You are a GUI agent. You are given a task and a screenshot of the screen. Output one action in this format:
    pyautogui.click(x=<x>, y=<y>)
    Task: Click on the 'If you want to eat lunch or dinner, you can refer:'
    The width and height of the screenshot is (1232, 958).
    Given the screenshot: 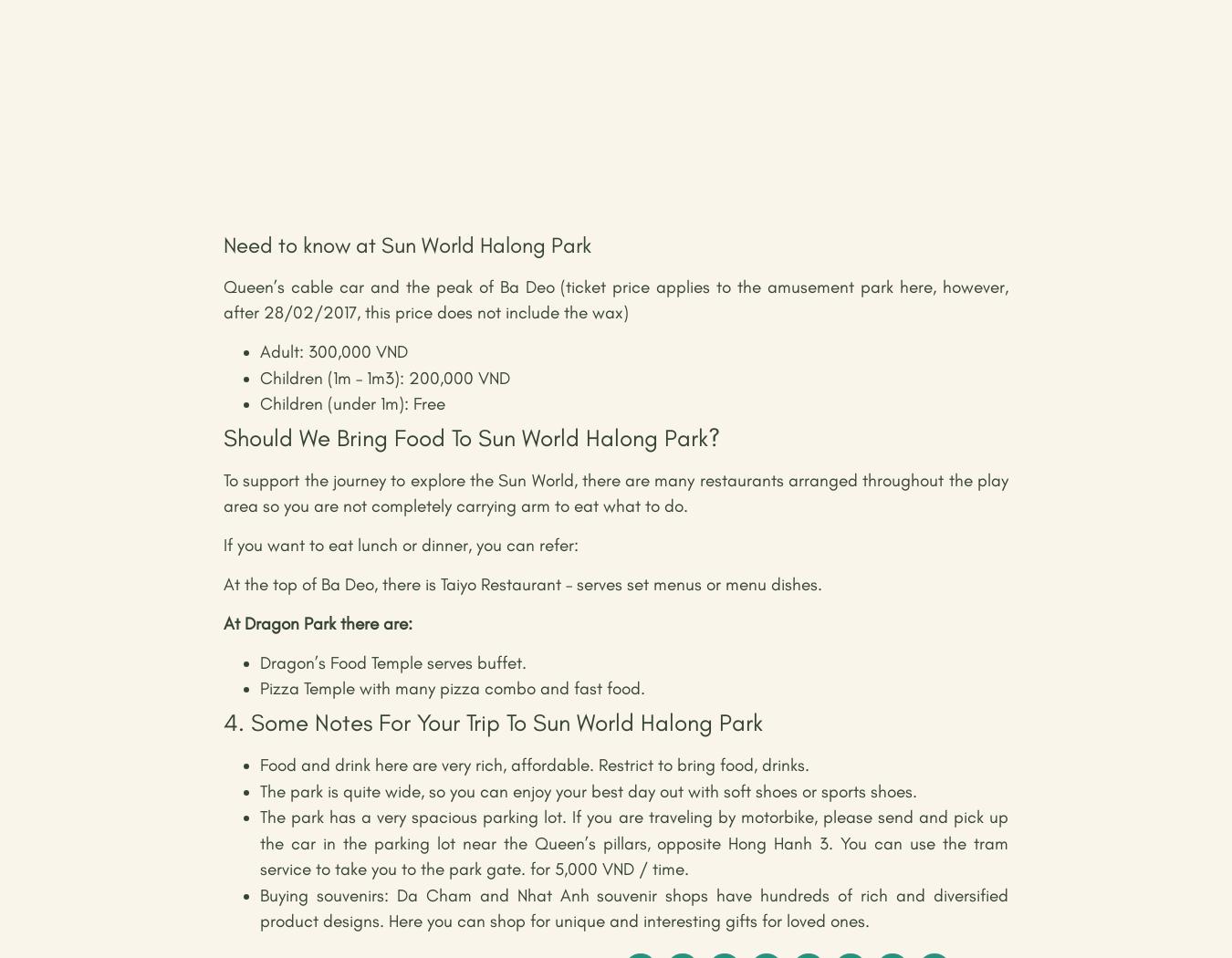 What is the action you would take?
    pyautogui.click(x=401, y=544)
    